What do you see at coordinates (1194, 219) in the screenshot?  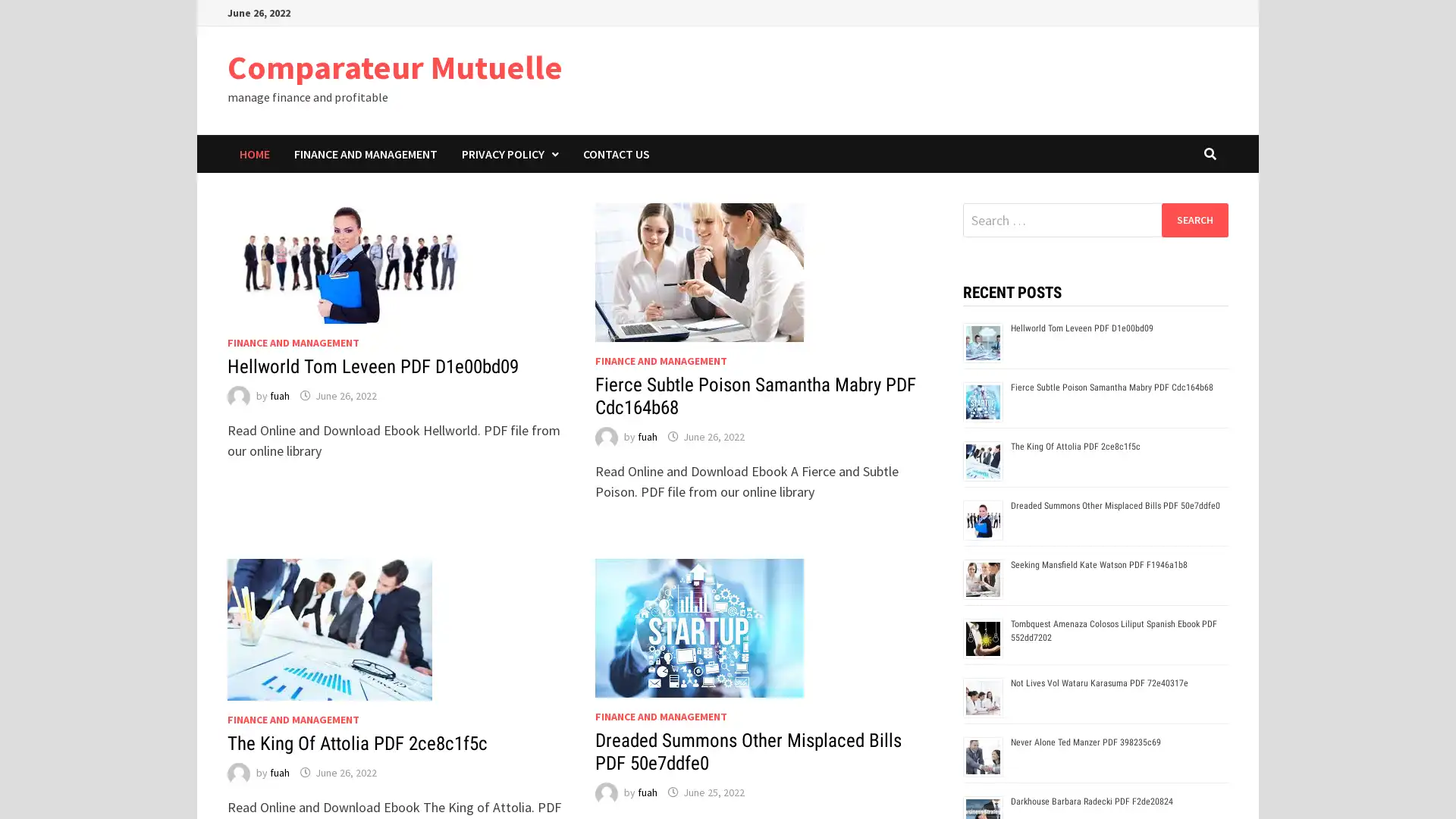 I see `Search` at bounding box center [1194, 219].